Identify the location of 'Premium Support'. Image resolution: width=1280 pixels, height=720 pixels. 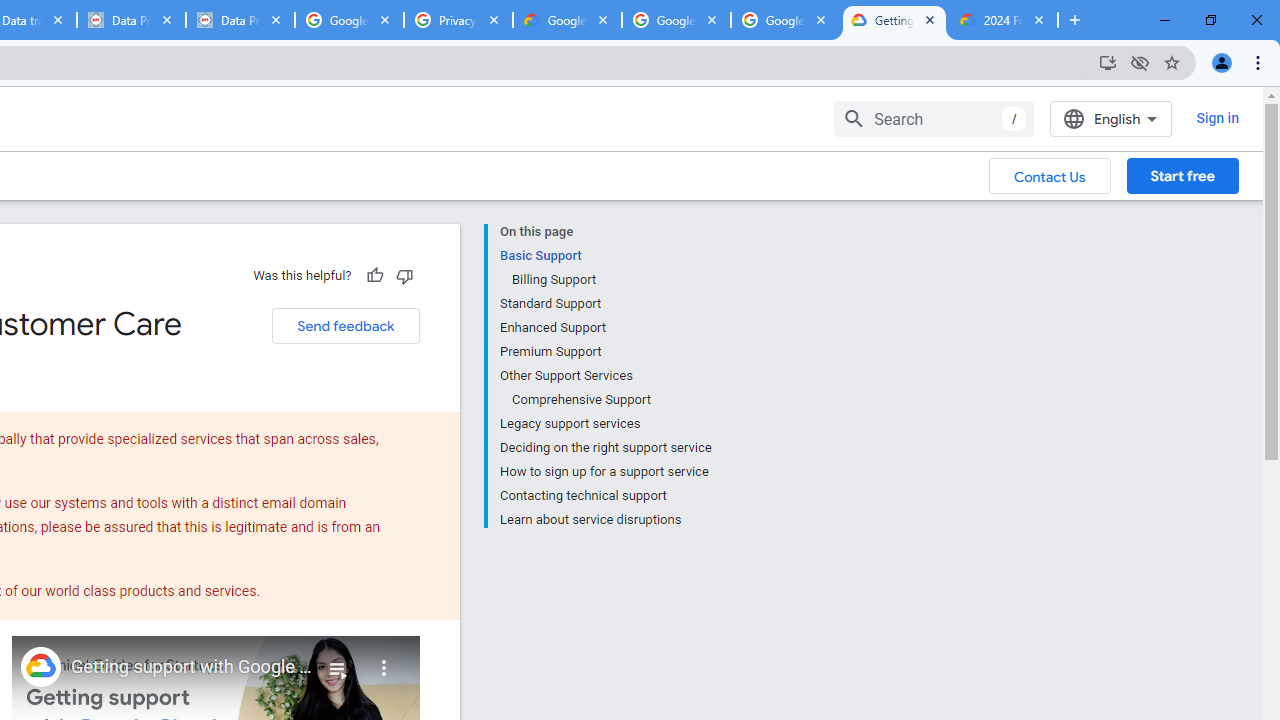
(604, 351).